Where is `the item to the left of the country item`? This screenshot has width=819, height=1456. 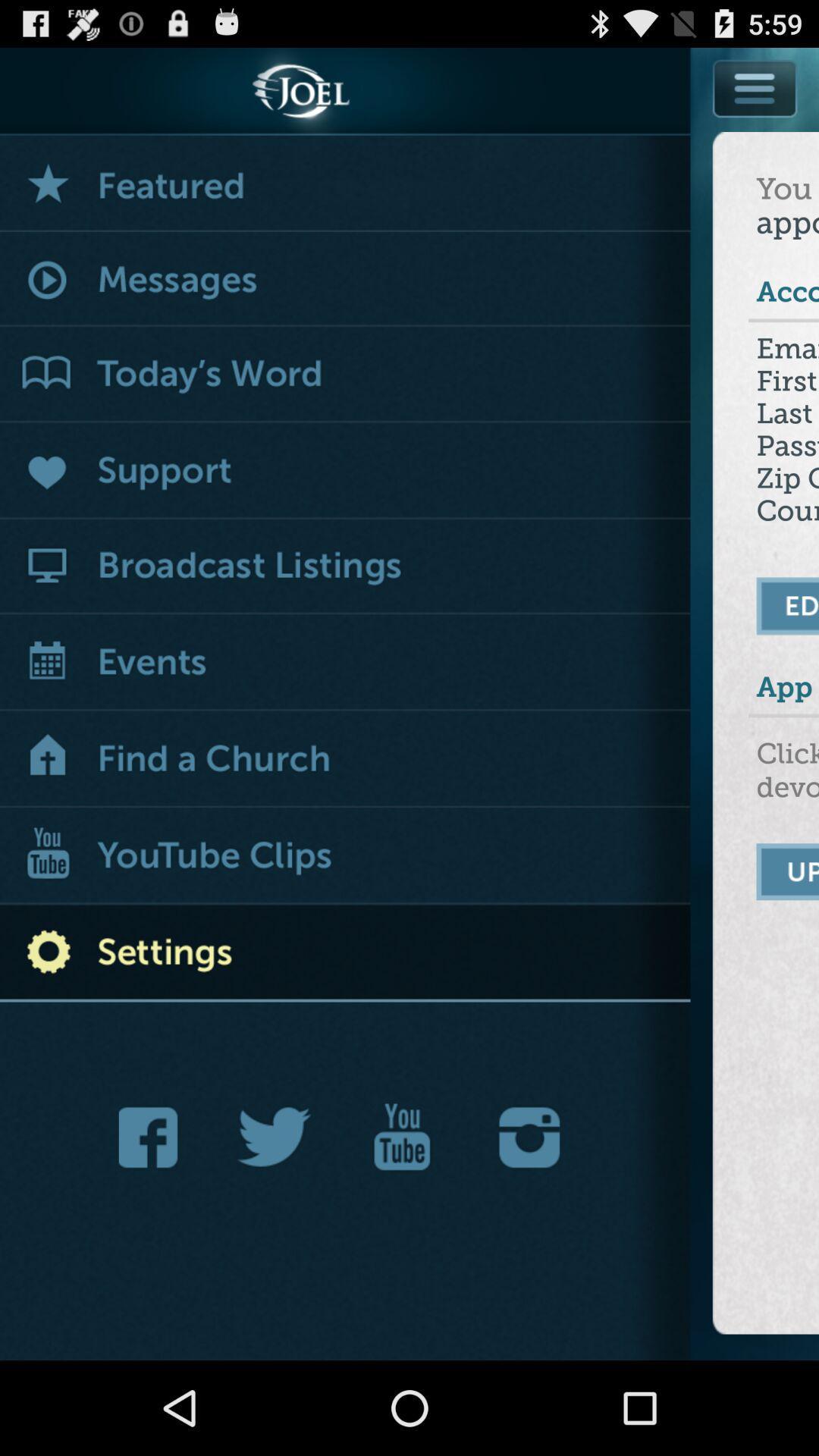
the item to the left of the country item is located at coordinates (345, 566).